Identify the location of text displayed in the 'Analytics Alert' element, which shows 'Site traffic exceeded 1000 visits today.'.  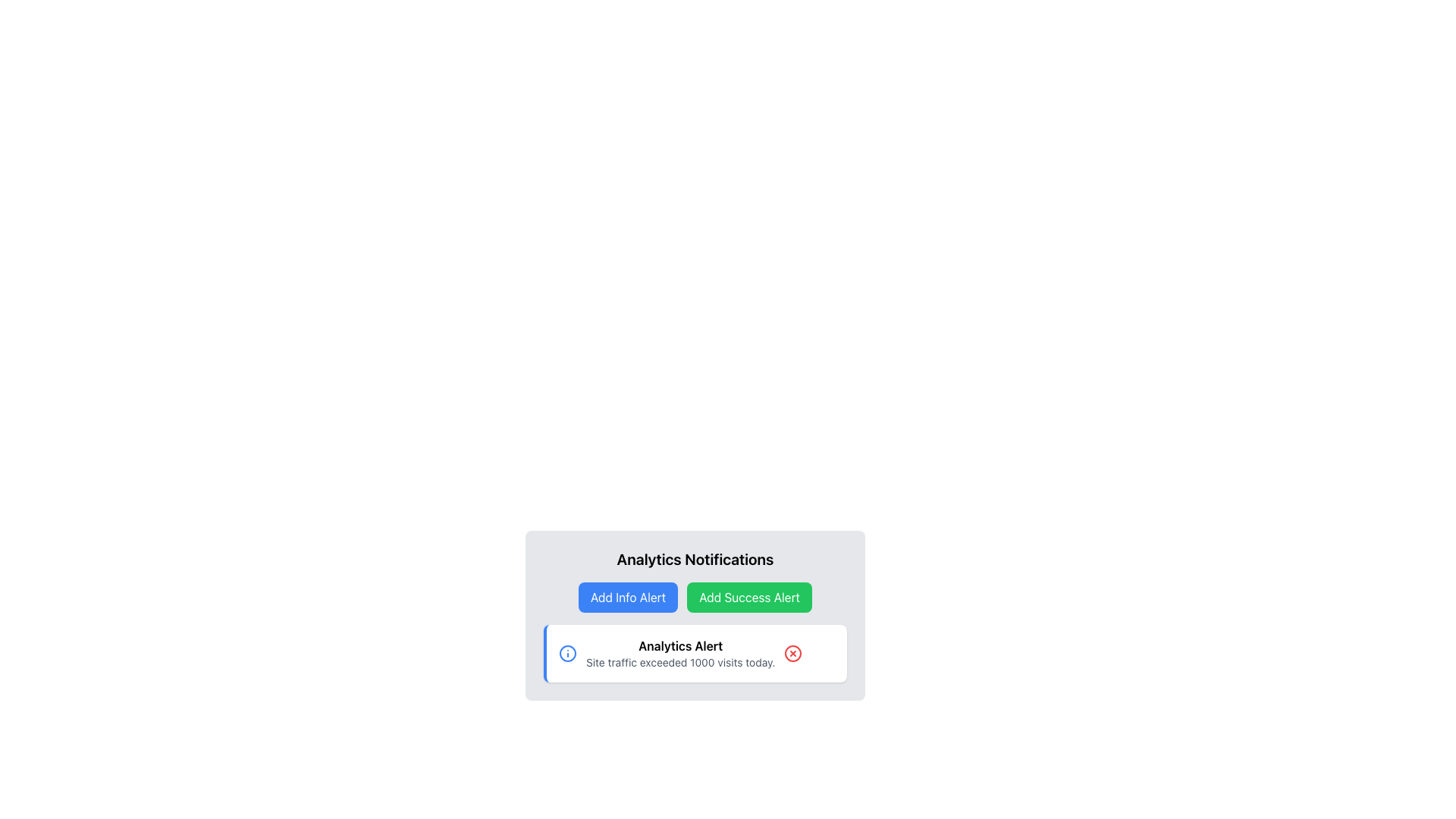
(679, 652).